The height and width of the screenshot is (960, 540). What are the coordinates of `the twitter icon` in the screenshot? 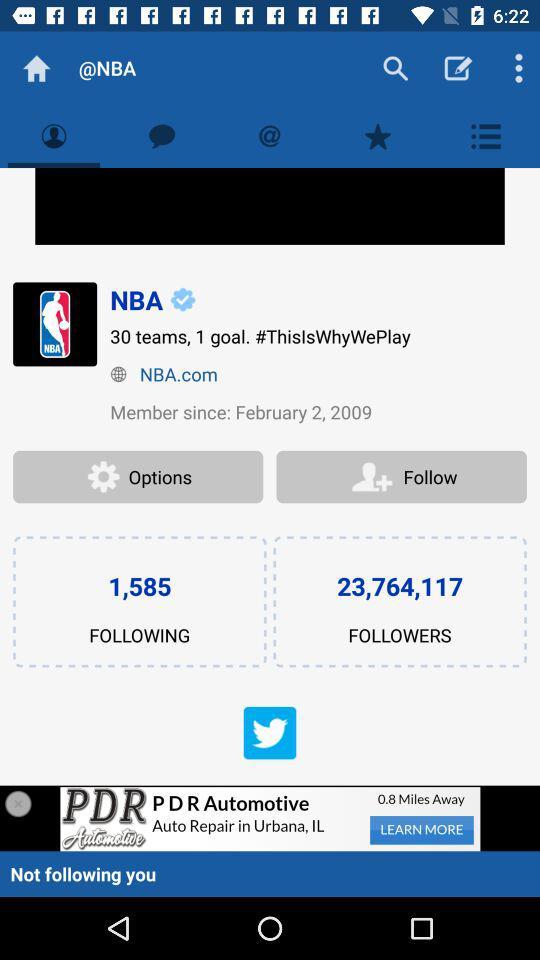 It's located at (270, 732).